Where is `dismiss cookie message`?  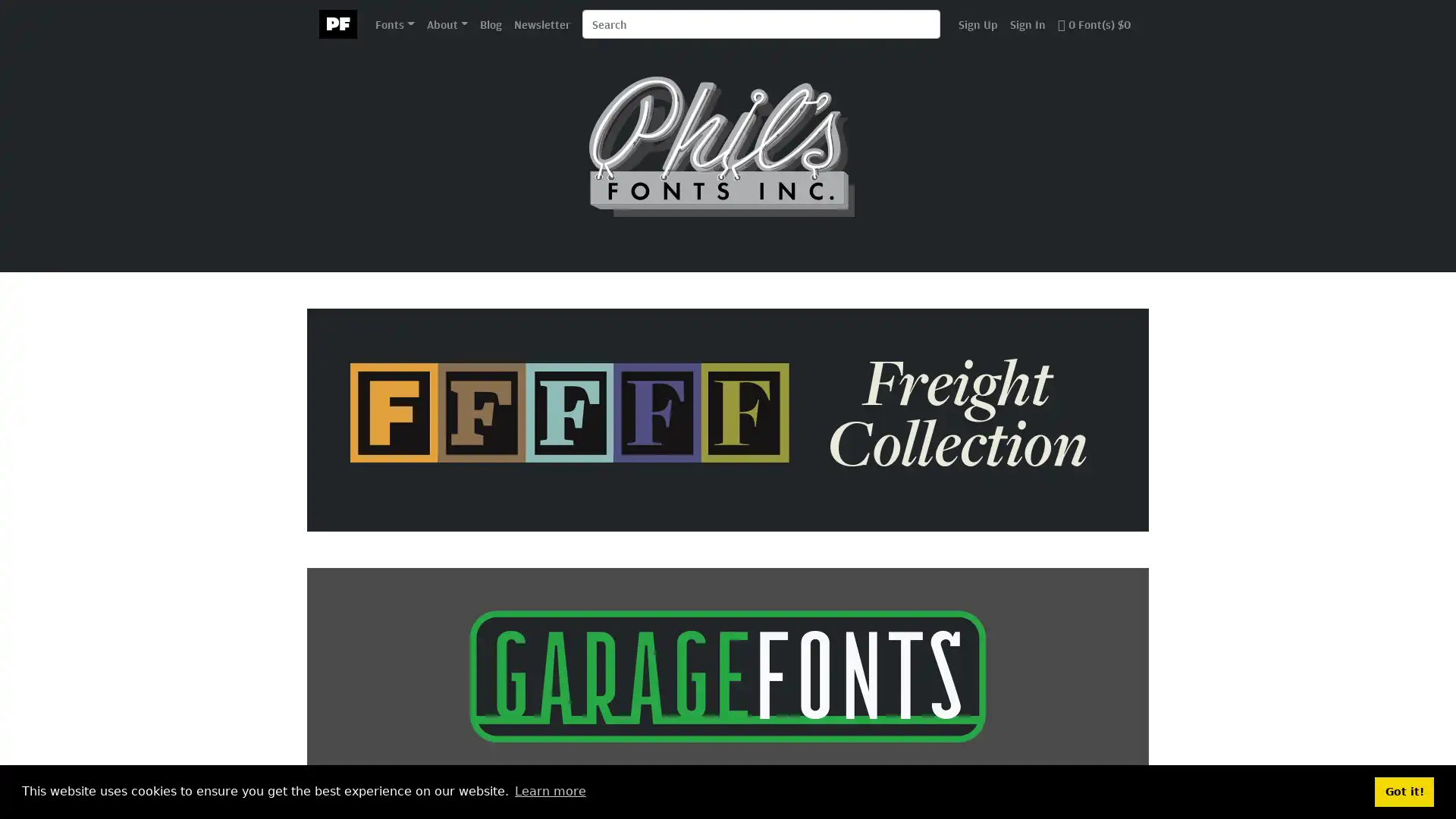
dismiss cookie message is located at coordinates (1404, 791).